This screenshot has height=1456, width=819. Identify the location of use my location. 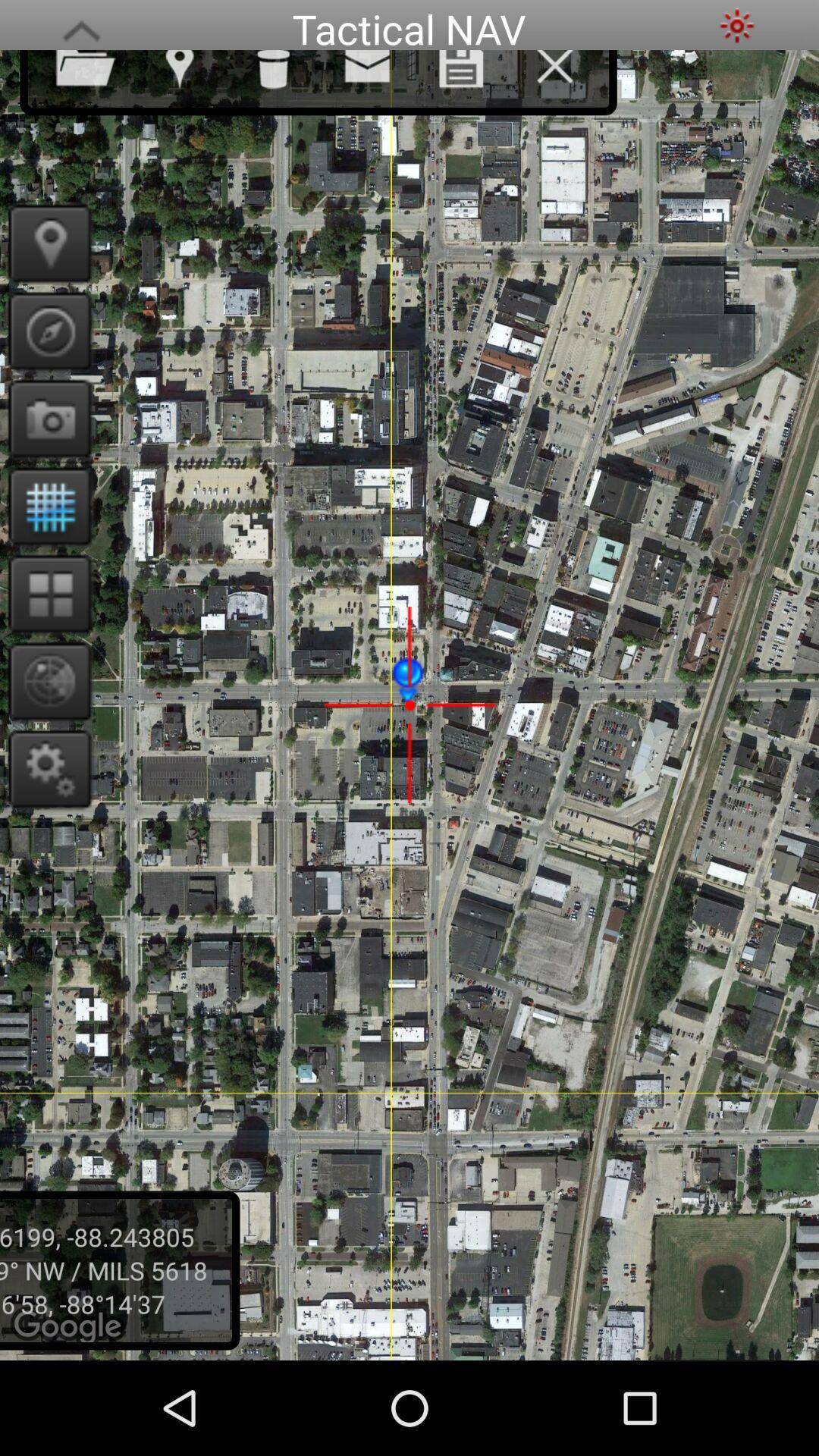
(44, 243).